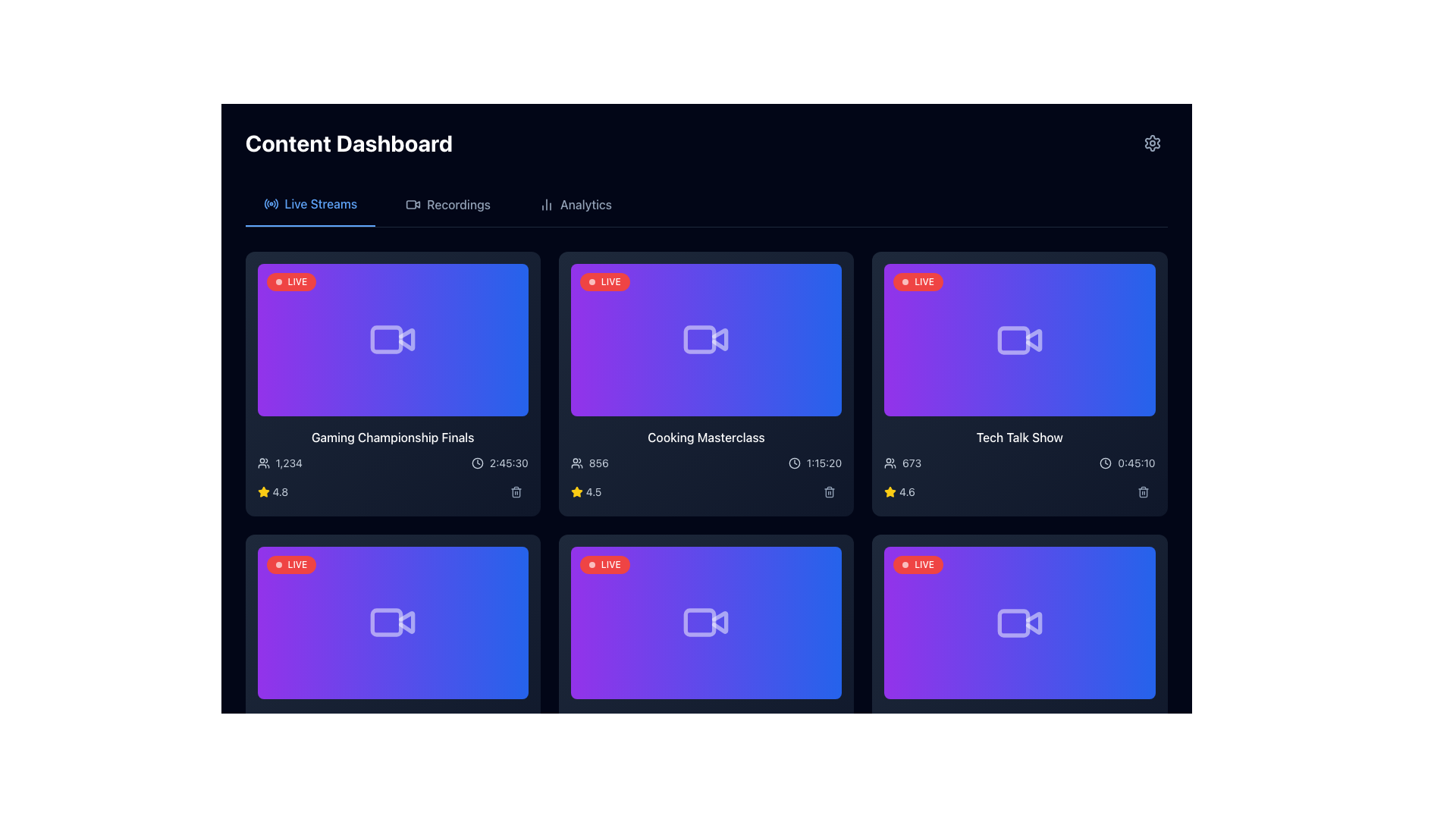 Image resolution: width=1456 pixels, height=819 pixels. Describe the element at coordinates (476, 462) in the screenshot. I see `the visual representation of the clock icon located to the right of the time text '2:45:30' in the bottom-right corner of the first card in the top-left grid segment` at that location.